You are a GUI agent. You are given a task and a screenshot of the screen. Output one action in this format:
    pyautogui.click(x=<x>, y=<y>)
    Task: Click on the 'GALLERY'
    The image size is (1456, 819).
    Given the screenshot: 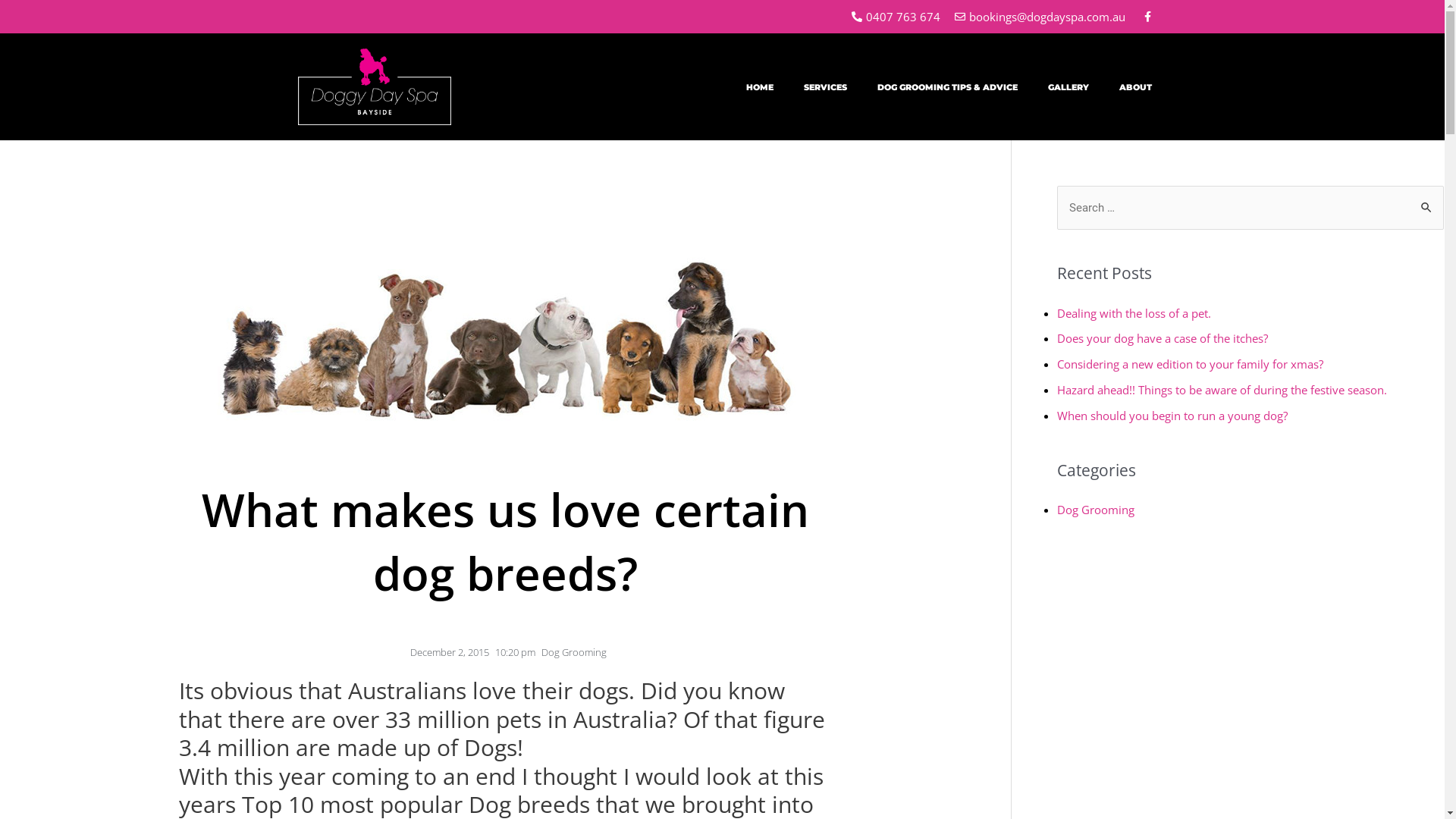 What is the action you would take?
    pyautogui.click(x=1068, y=87)
    